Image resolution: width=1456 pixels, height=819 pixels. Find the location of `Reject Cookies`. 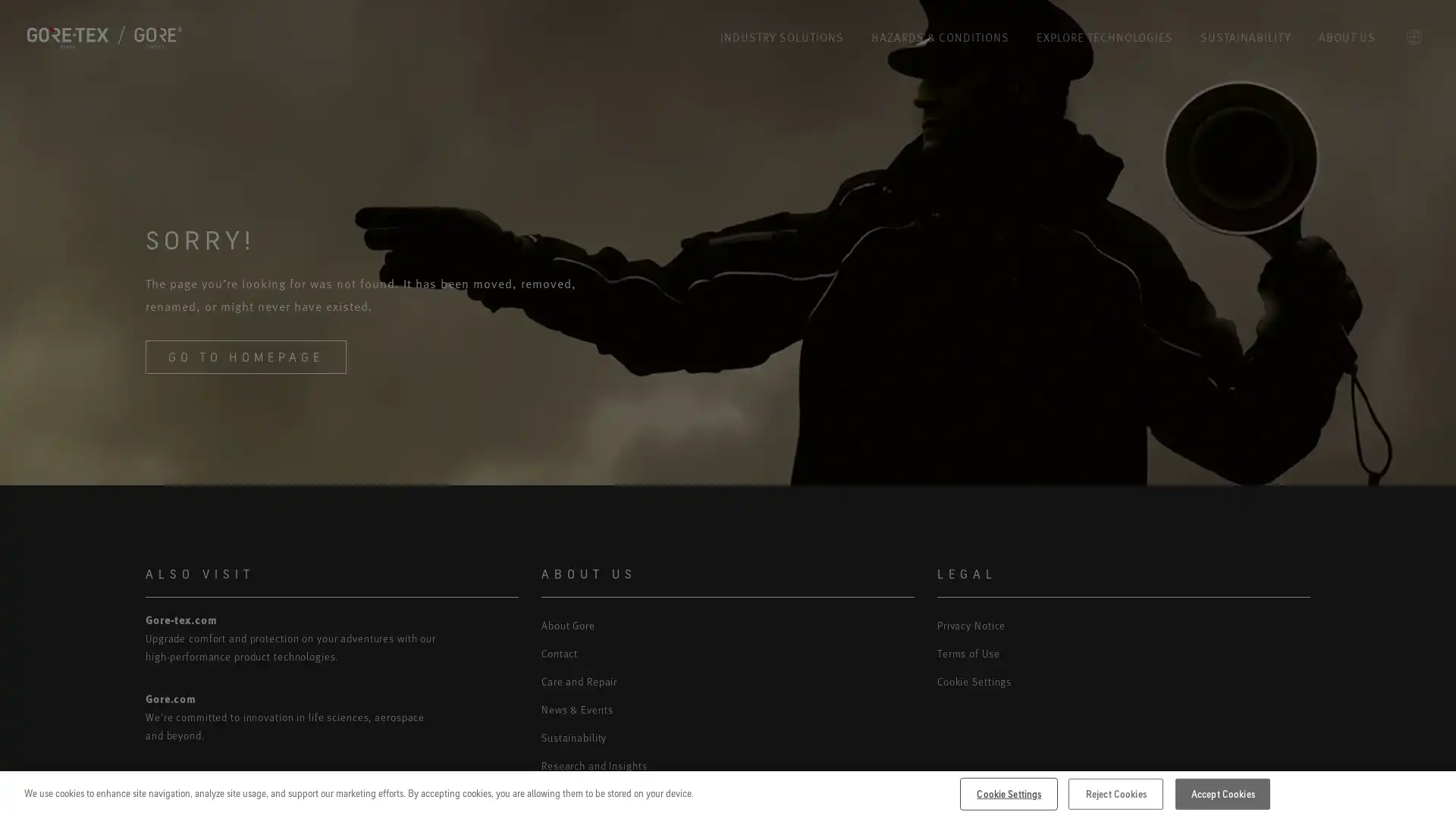

Reject Cookies is located at coordinates (1116, 792).